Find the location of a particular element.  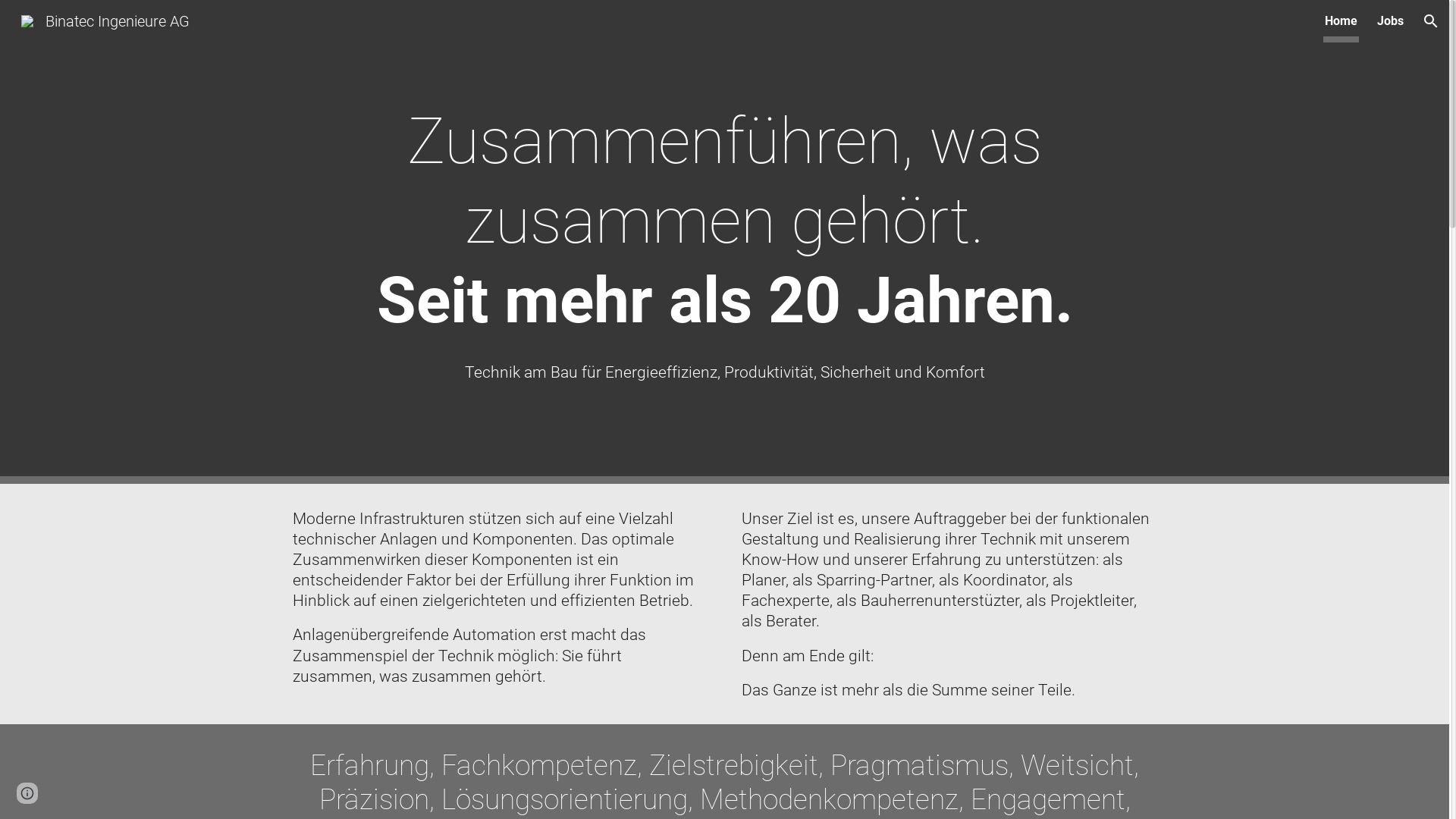

'Binatec Ingenieure AG' is located at coordinates (105, 20).